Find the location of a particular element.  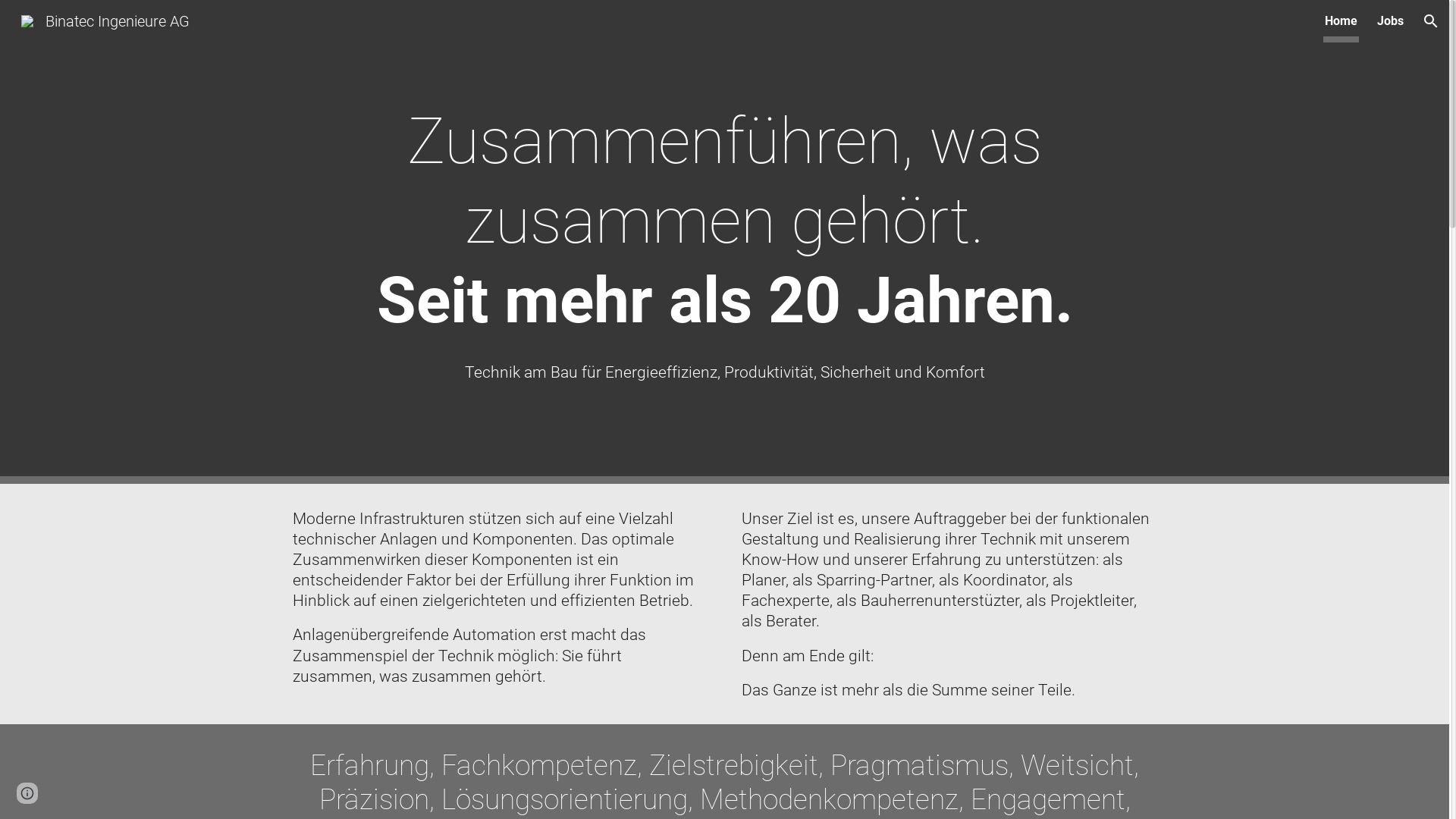

'Binatec Ingenieure AG' is located at coordinates (105, 20).